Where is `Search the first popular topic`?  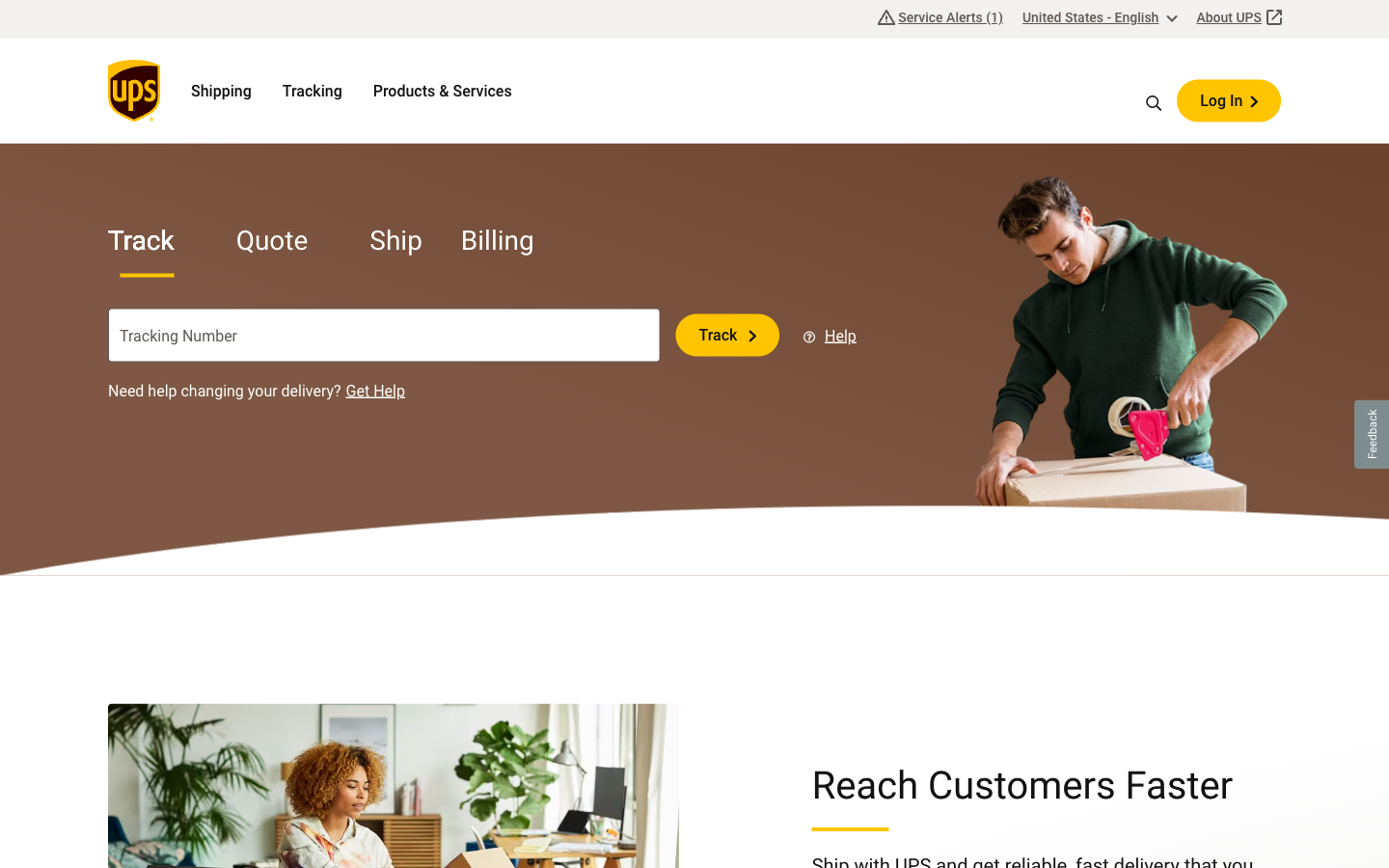 Search the first popular topic is located at coordinates (1155, 99).